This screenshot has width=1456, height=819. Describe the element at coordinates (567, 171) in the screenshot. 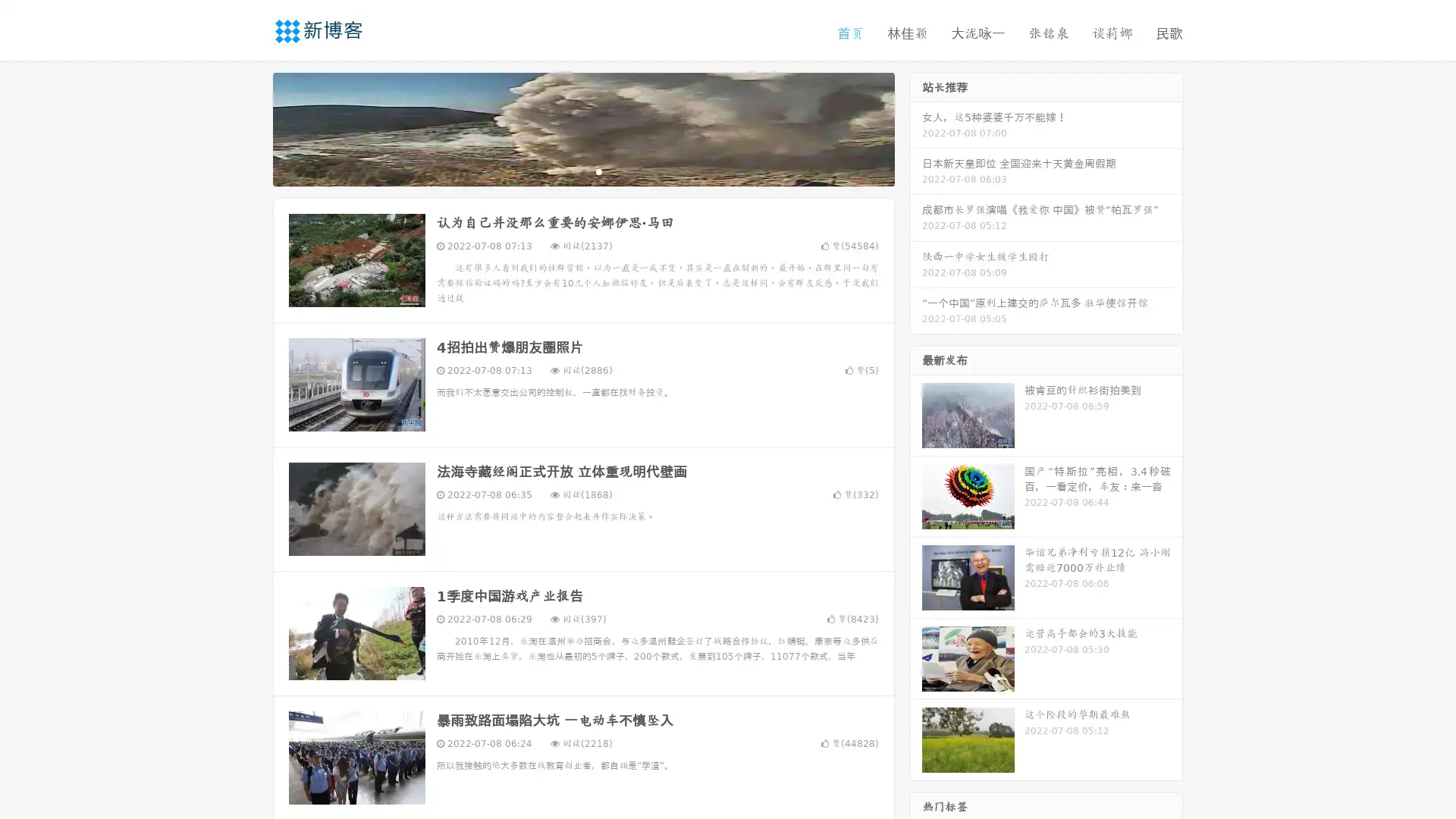

I see `Go to slide 1` at that location.